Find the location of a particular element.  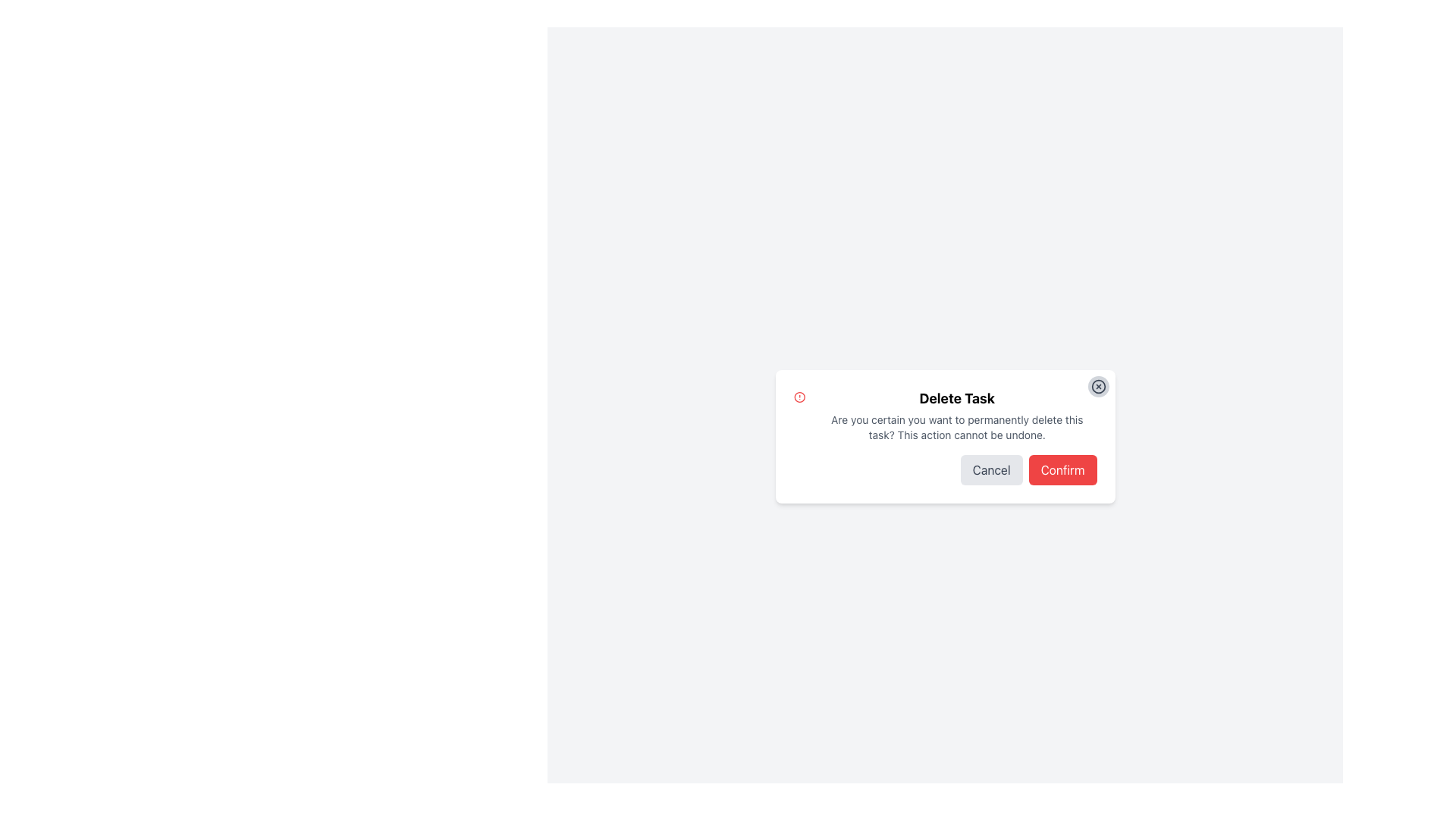

the main informational text block in the delete confirmation dialog that informs the user about the consequences of their deletion action is located at coordinates (956, 415).